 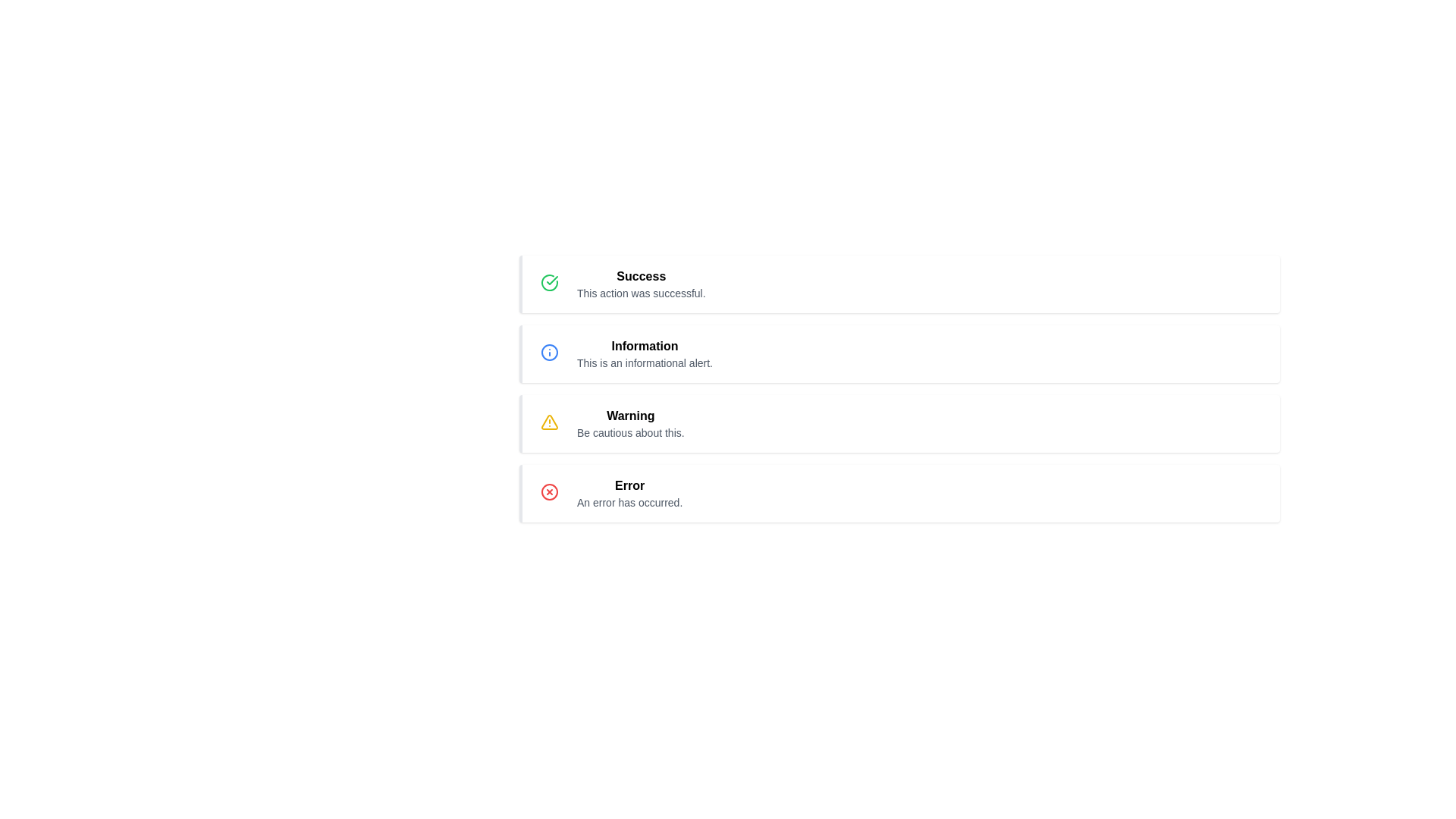 What do you see at coordinates (629, 485) in the screenshot?
I see `the text label that serves as the title for the error alert, located at the bottom of the vertical list of alert items` at bounding box center [629, 485].